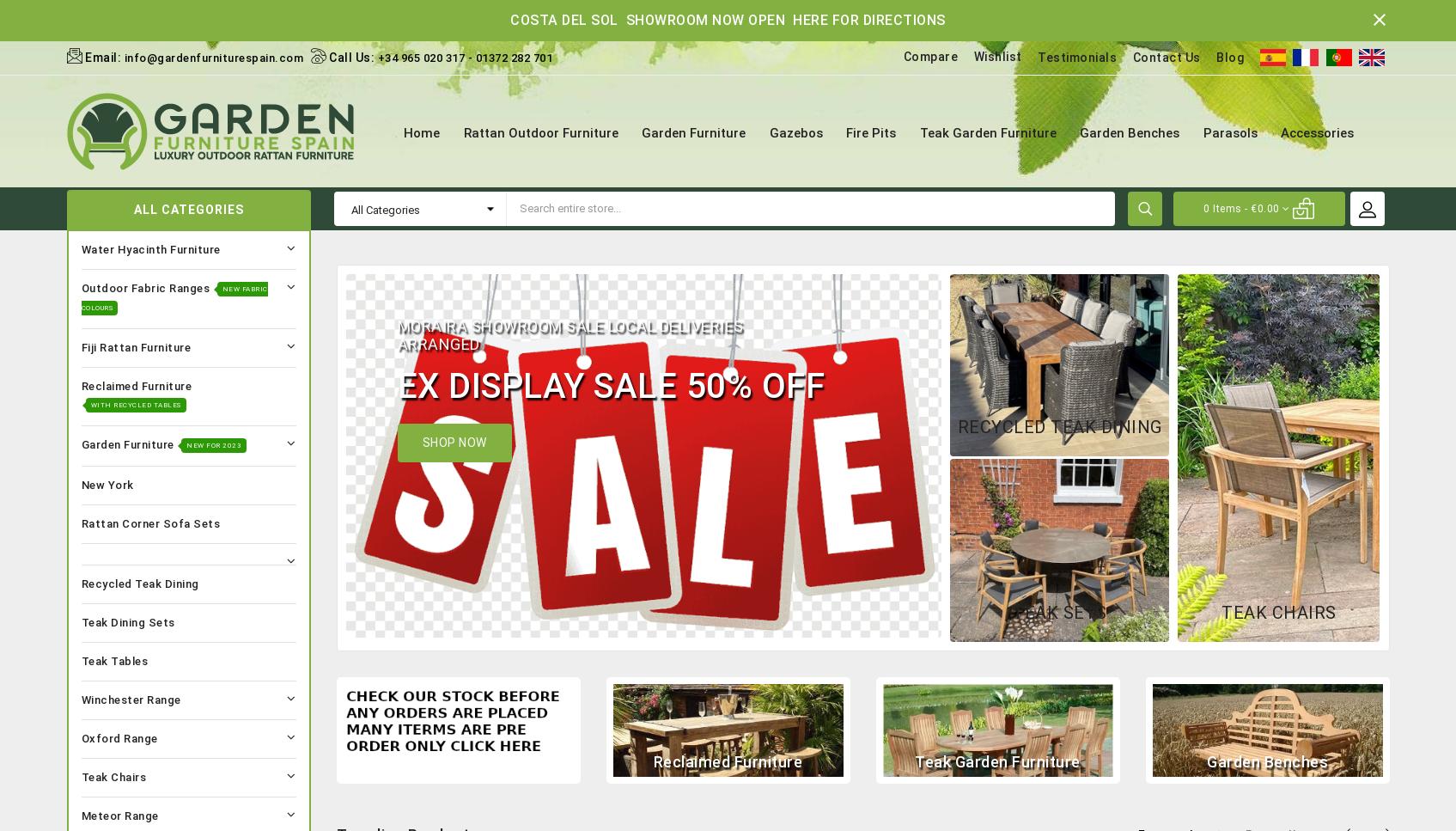  I want to click on 'Recycled Teak Dining', so click(139, 583).